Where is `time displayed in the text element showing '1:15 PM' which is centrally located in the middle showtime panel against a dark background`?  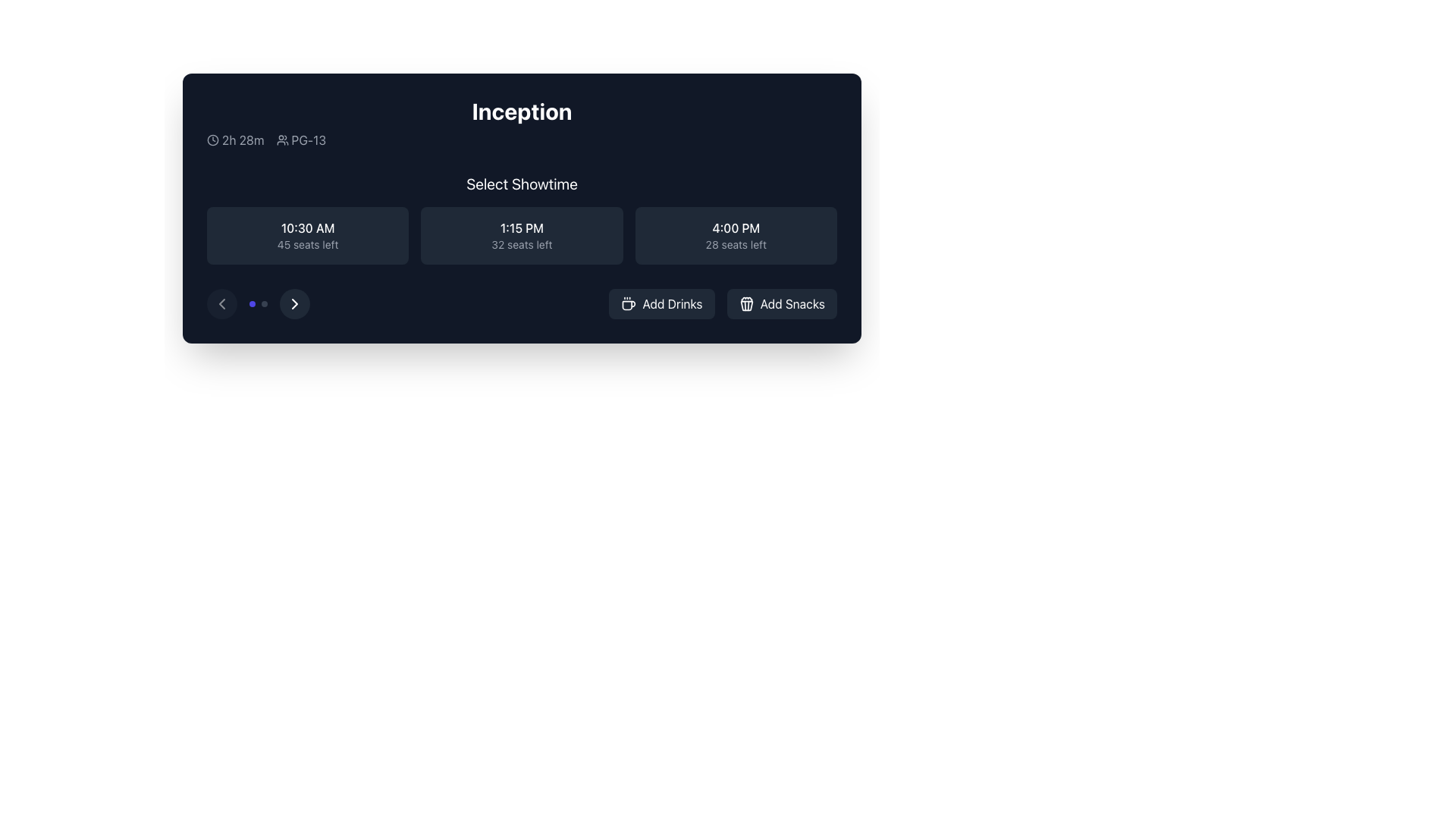
time displayed in the text element showing '1:15 PM' which is centrally located in the middle showtime panel against a dark background is located at coordinates (522, 227).